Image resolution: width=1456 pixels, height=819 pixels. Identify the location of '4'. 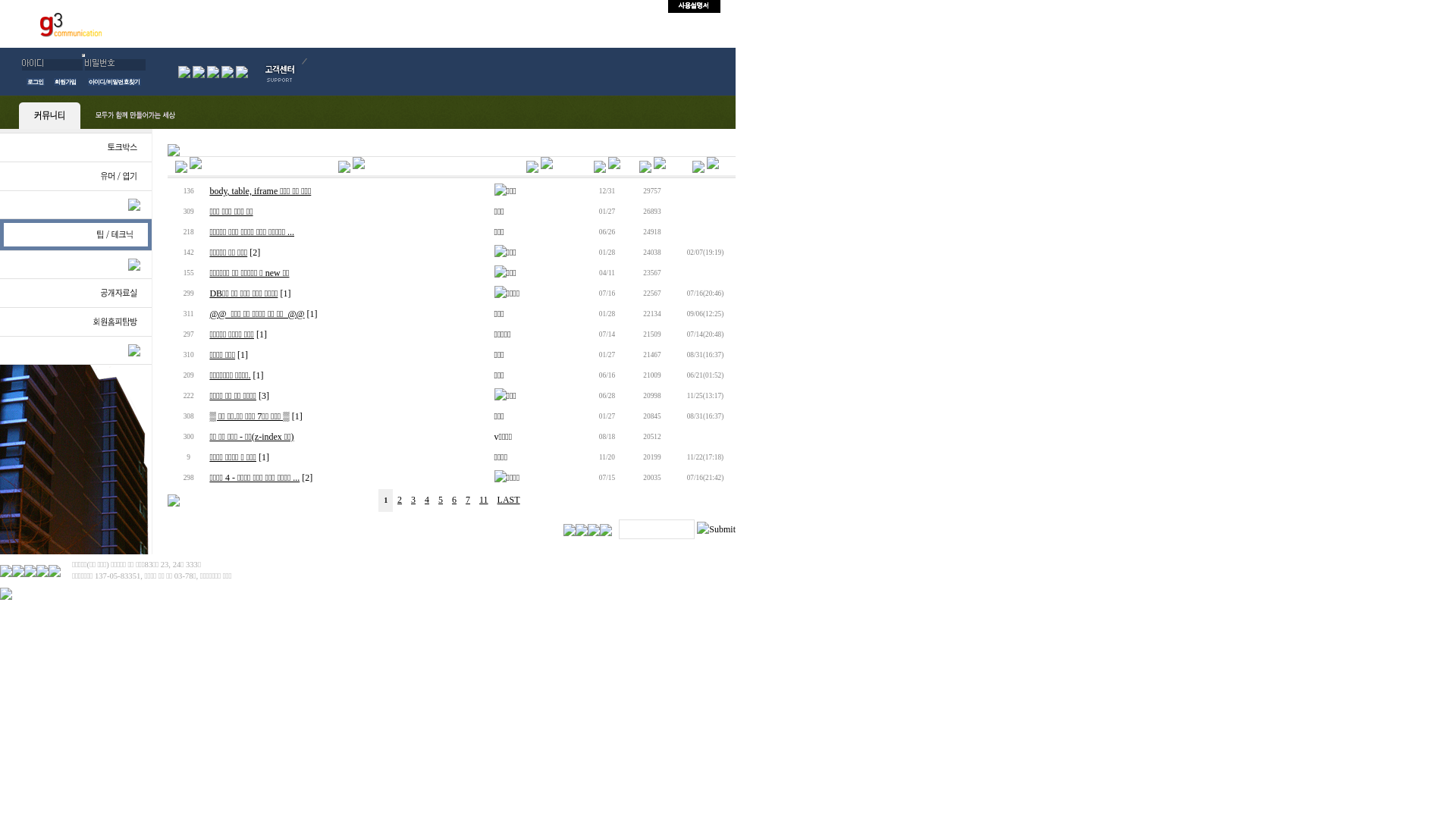
(425, 500).